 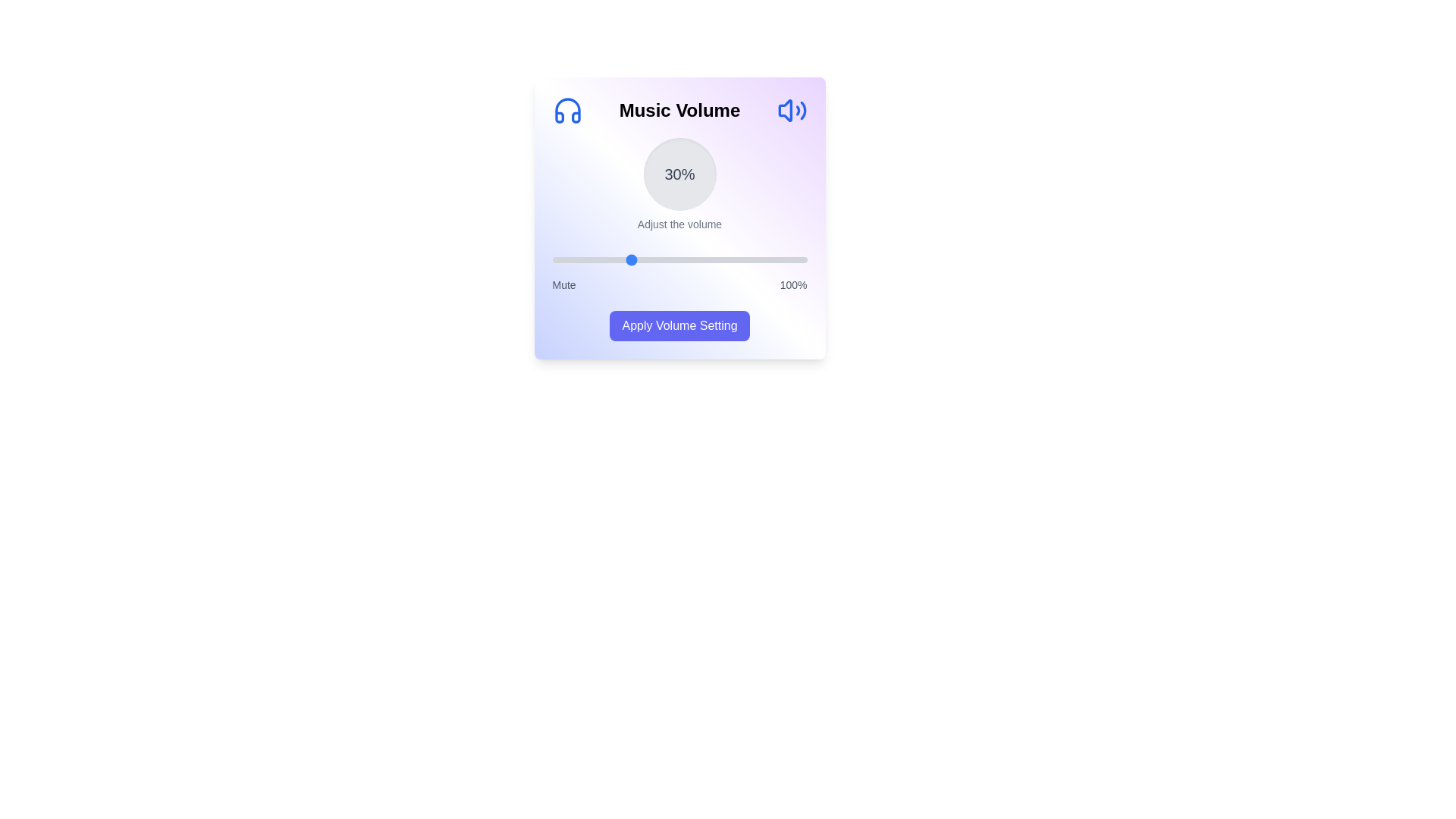 I want to click on the center of the 'Music Volume' title, so click(x=679, y=110).